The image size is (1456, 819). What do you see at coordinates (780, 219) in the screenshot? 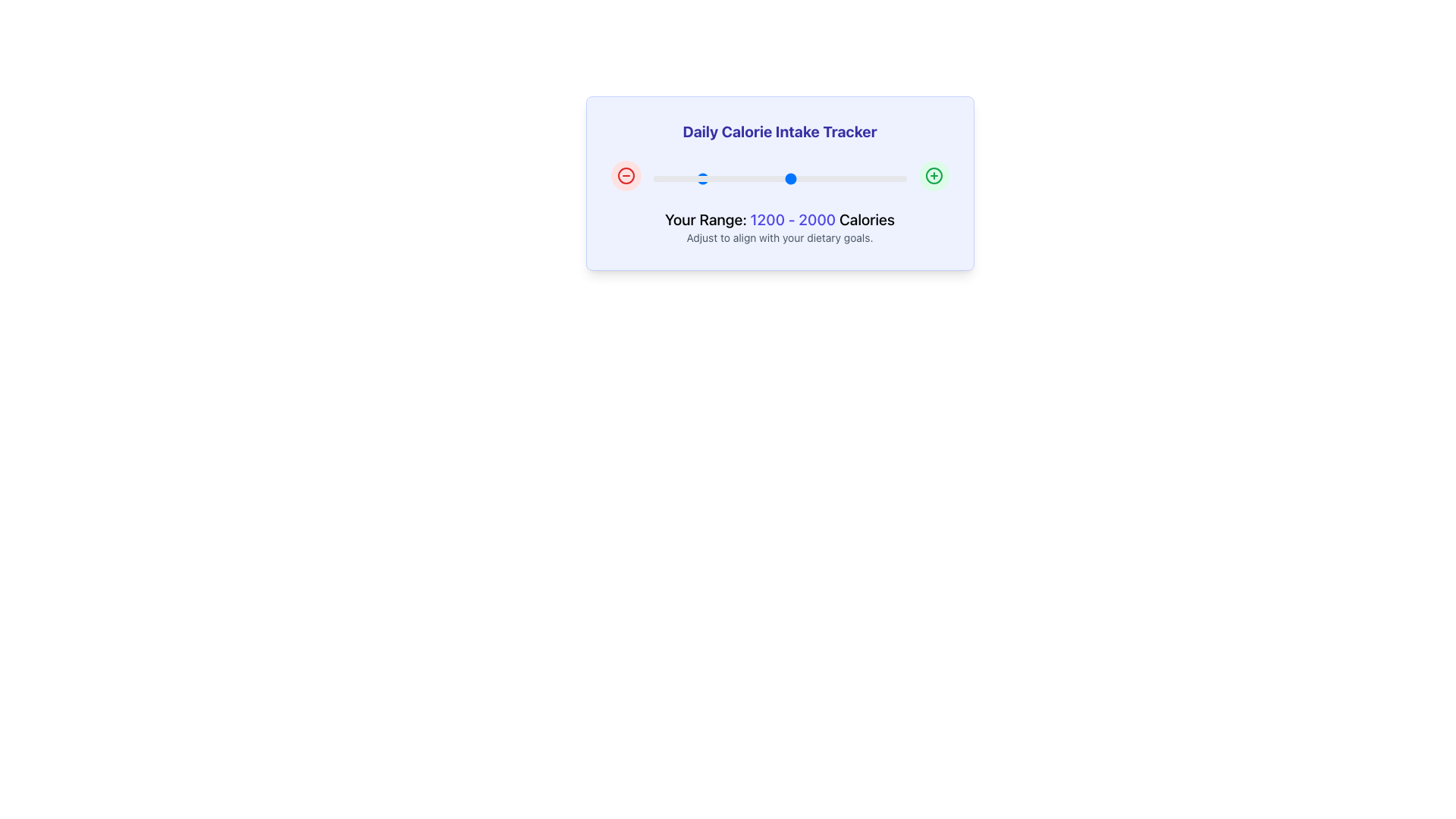
I see `the text display reading 'Your Range: 1200 - 2000 Calories', which is styled with a large font and highlighted in blue, located underneath the 'Daily Calorie Intake Tracker' slider` at bounding box center [780, 219].